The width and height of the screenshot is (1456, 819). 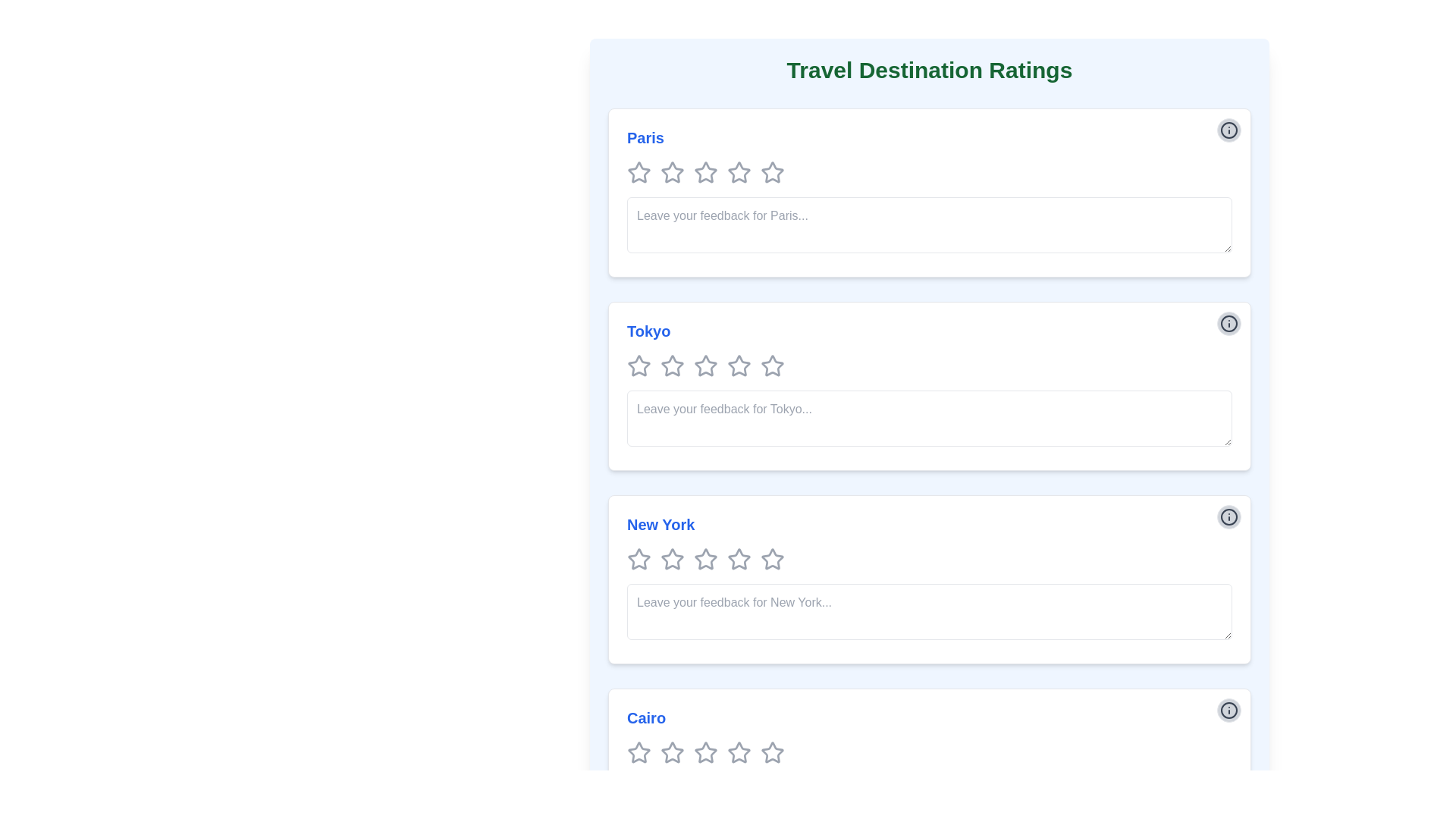 What do you see at coordinates (672, 752) in the screenshot?
I see `the first rating star in the 'Cairo' feedback section to provide a rating of 1 star` at bounding box center [672, 752].